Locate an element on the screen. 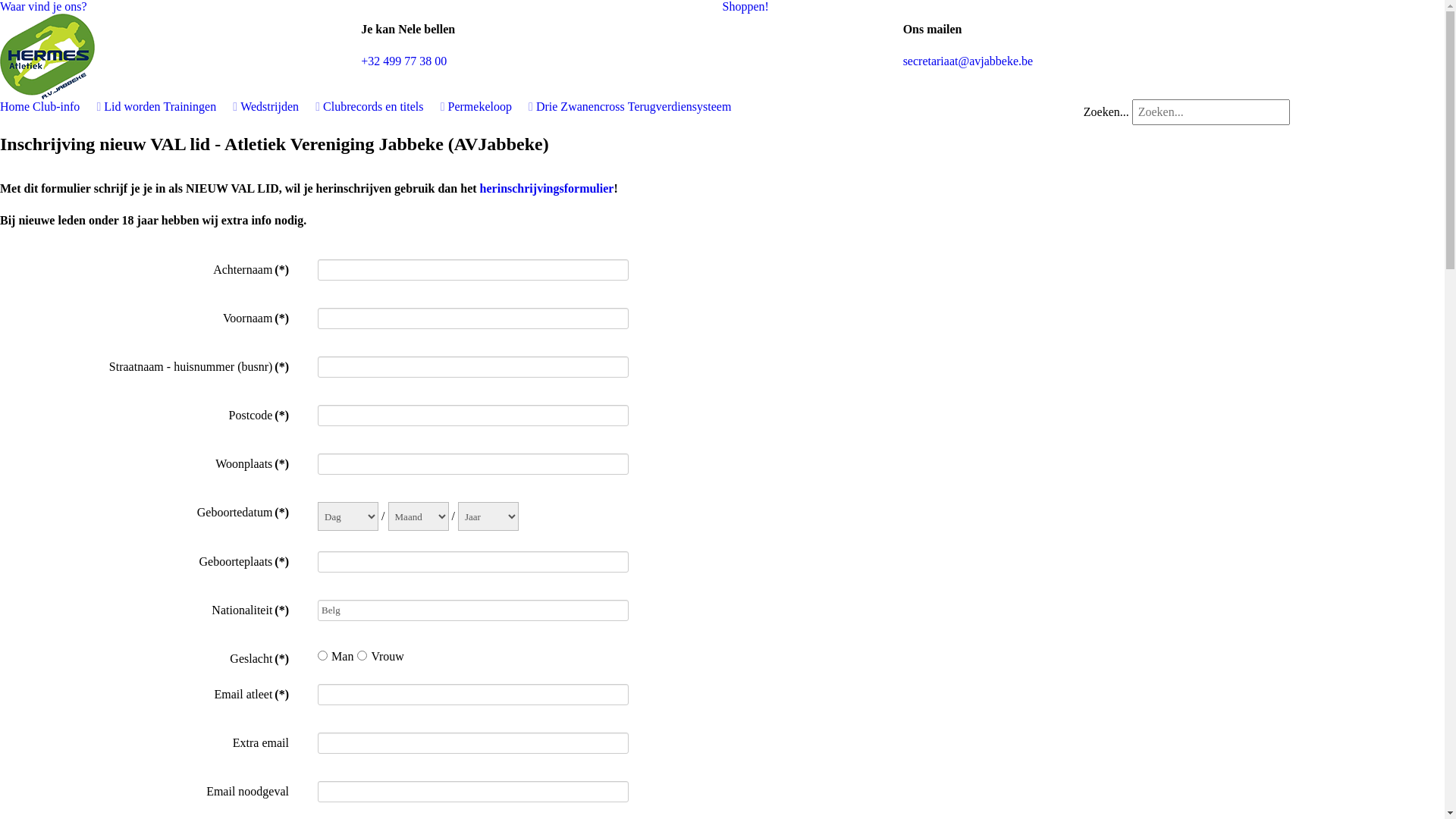  'Club-info' is located at coordinates (65, 105).